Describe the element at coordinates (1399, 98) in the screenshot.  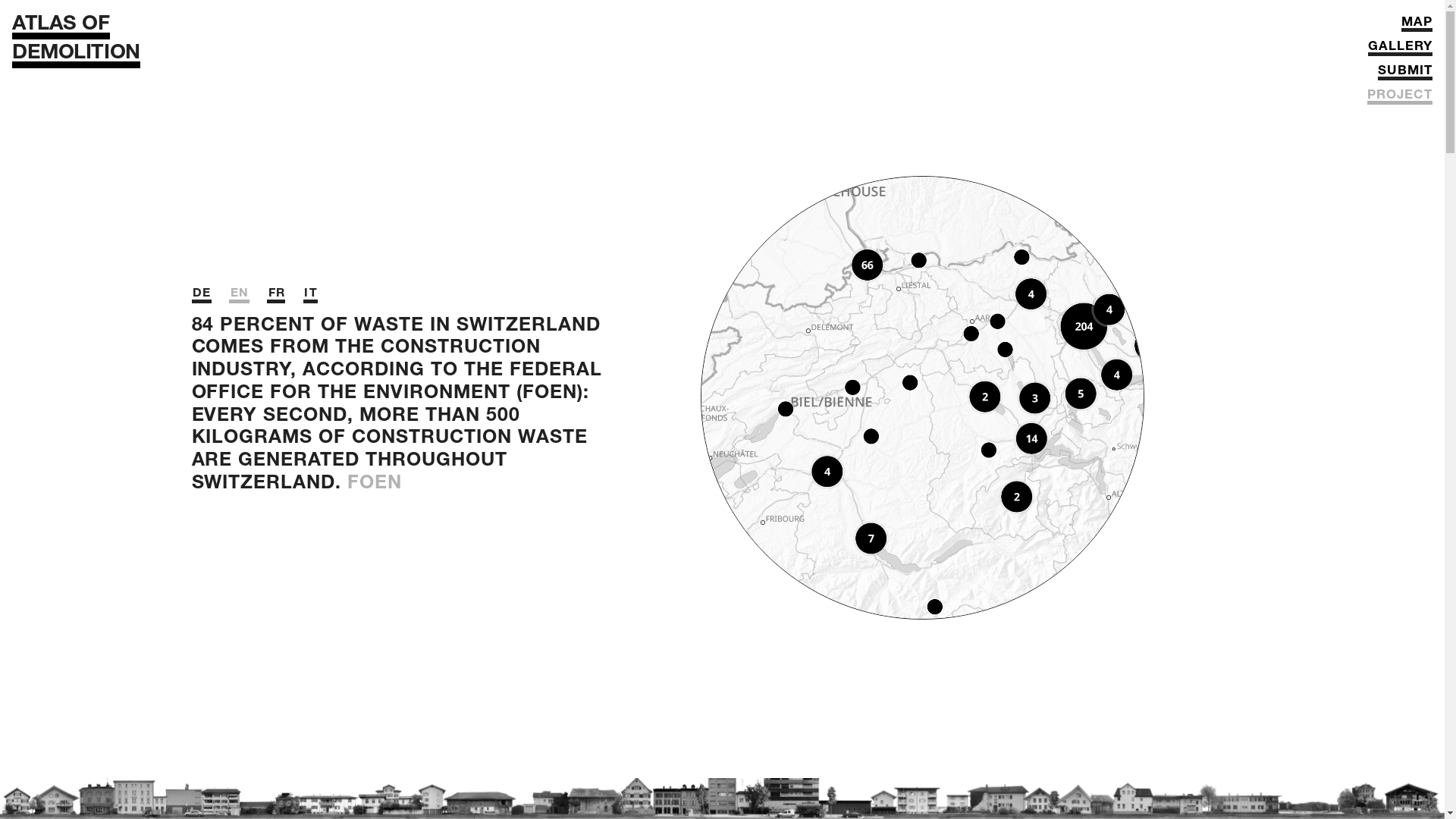
I see `'PROJECT'` at that location.